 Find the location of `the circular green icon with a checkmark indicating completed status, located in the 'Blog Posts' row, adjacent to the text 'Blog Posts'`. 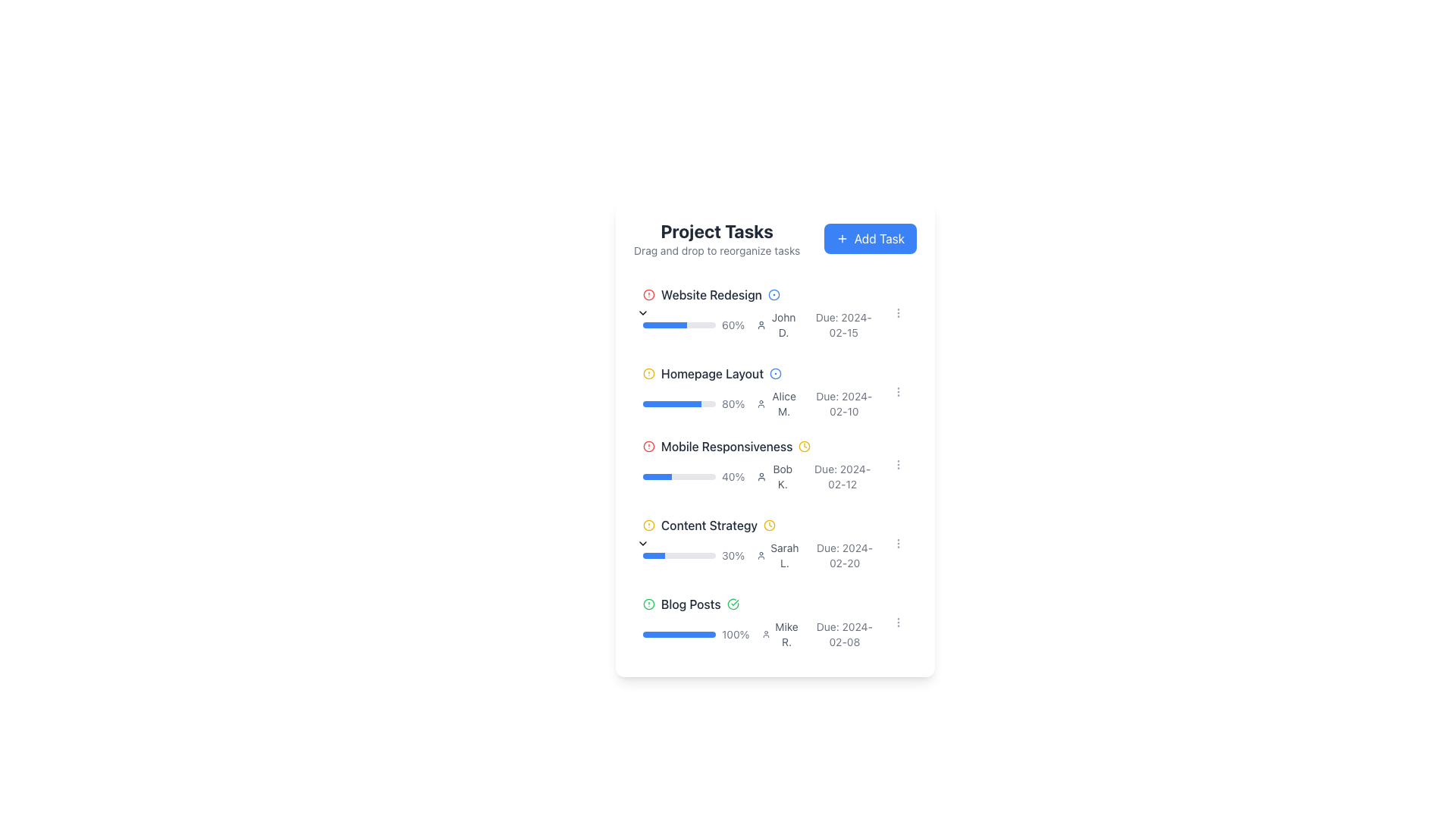

the circular green icon with a checkmark indicating completed status, located in the 'Blog Posts' row, adjacent to the text 'Blog Posts' is located at coordinates (733, 604).